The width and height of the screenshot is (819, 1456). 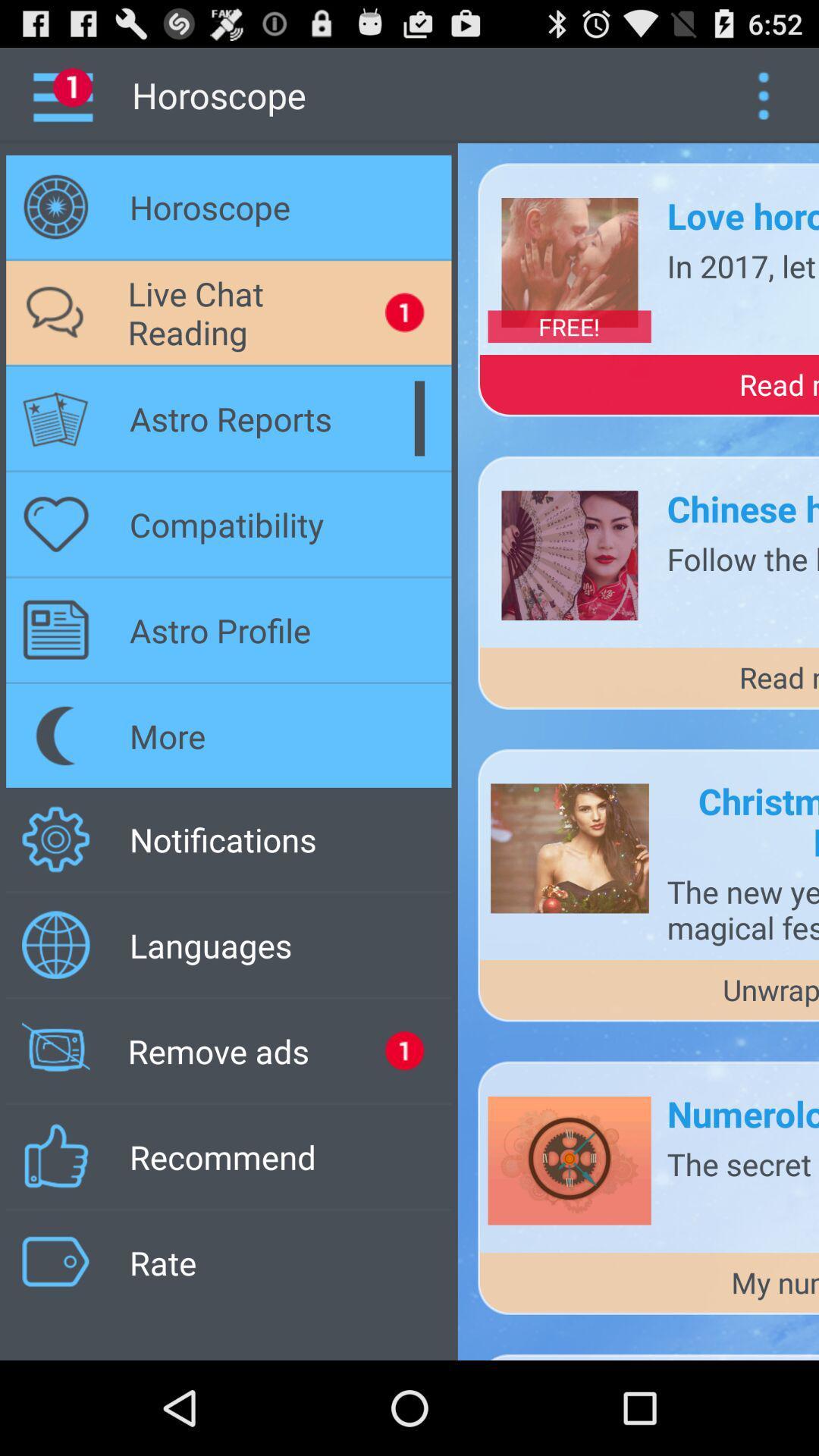 I want to click on the the new year icon, so click(x=742, y=909).